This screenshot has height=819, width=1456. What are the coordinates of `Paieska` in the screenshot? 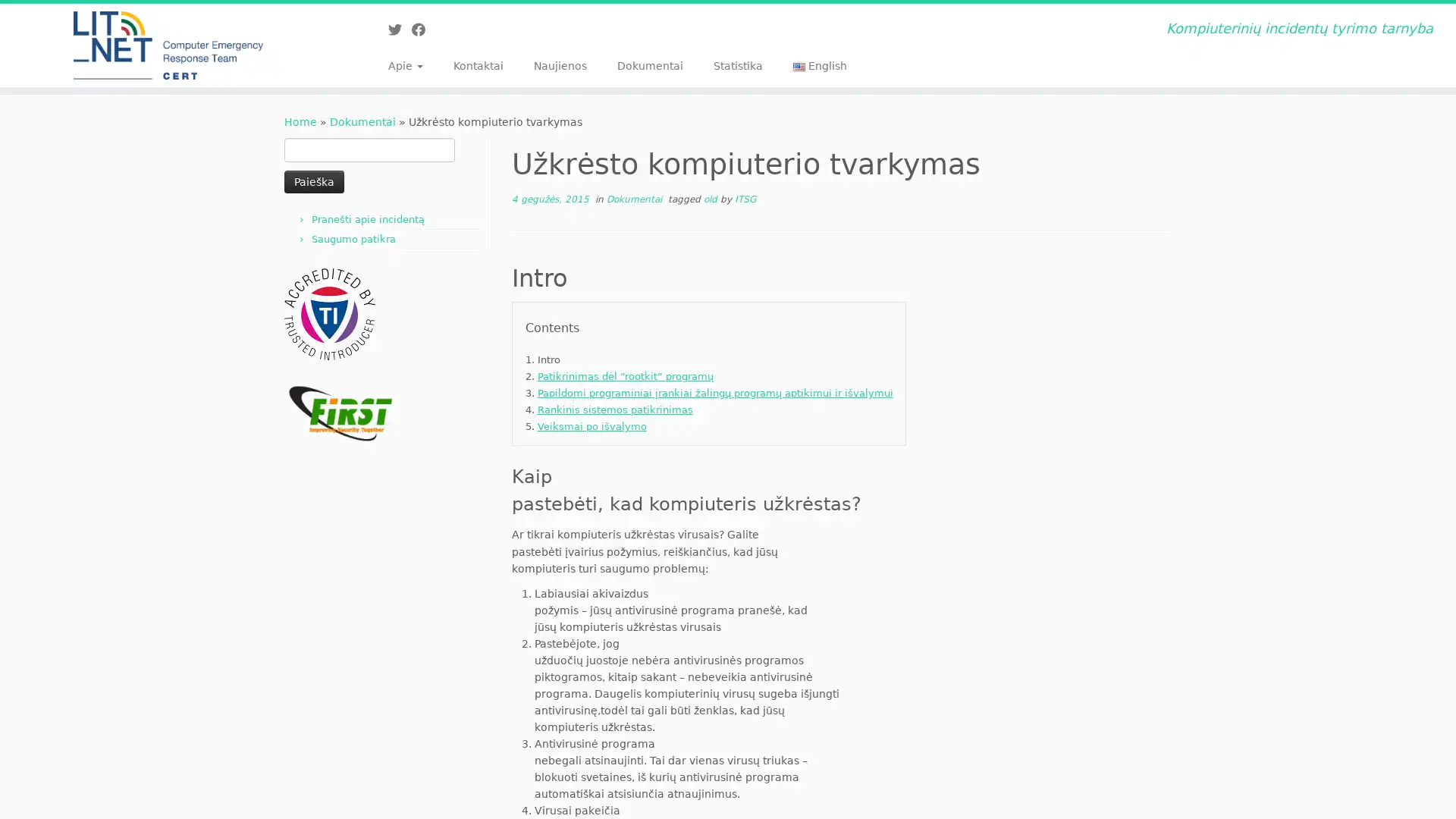 It's located at (313, 180).